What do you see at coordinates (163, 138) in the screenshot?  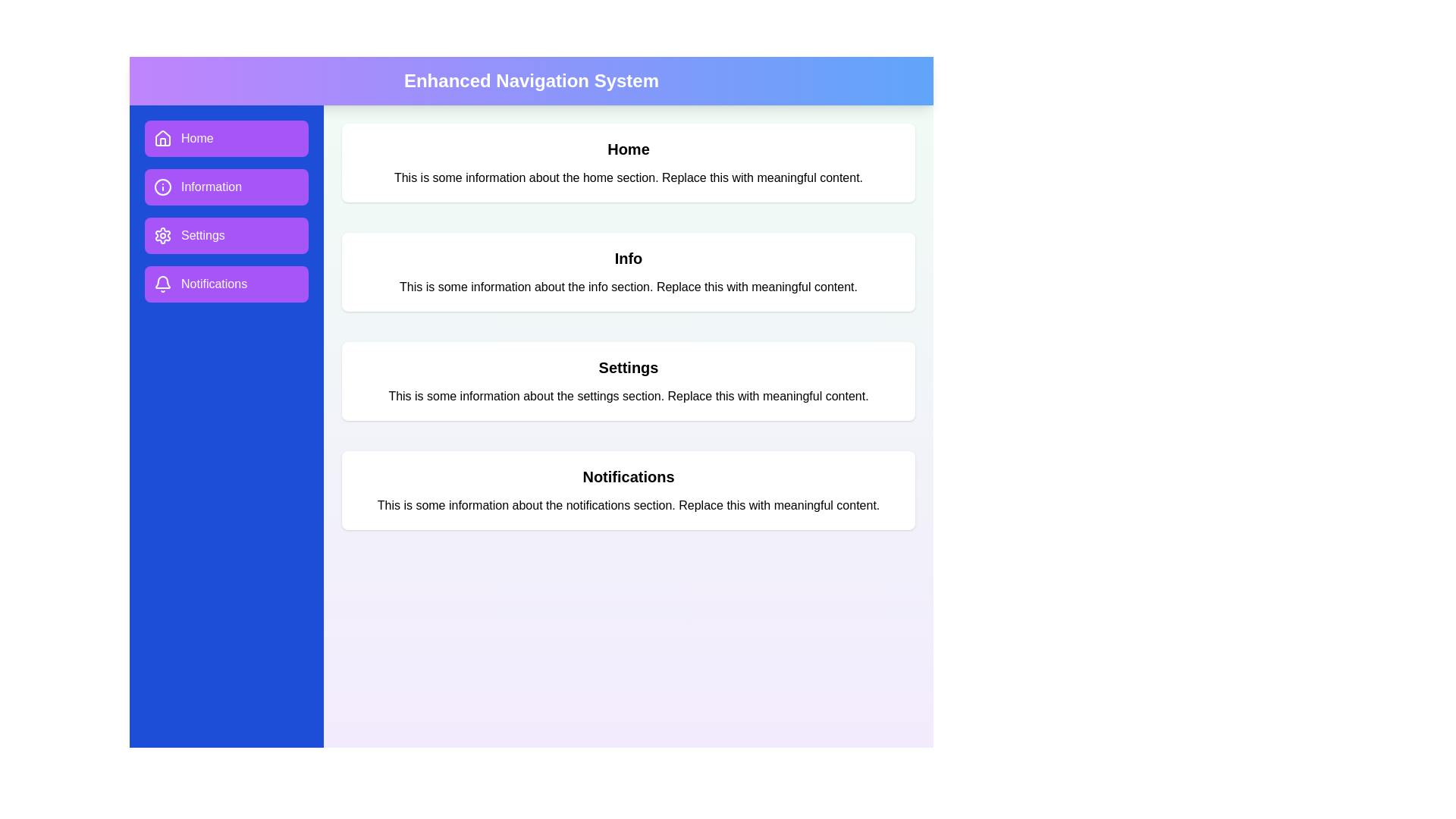 I see `the house-shaped icon located within the 'Home' button in the left sidebar navigation menu, which is the first icon associated with the text 'Home'` at bounding box center [163, 138].